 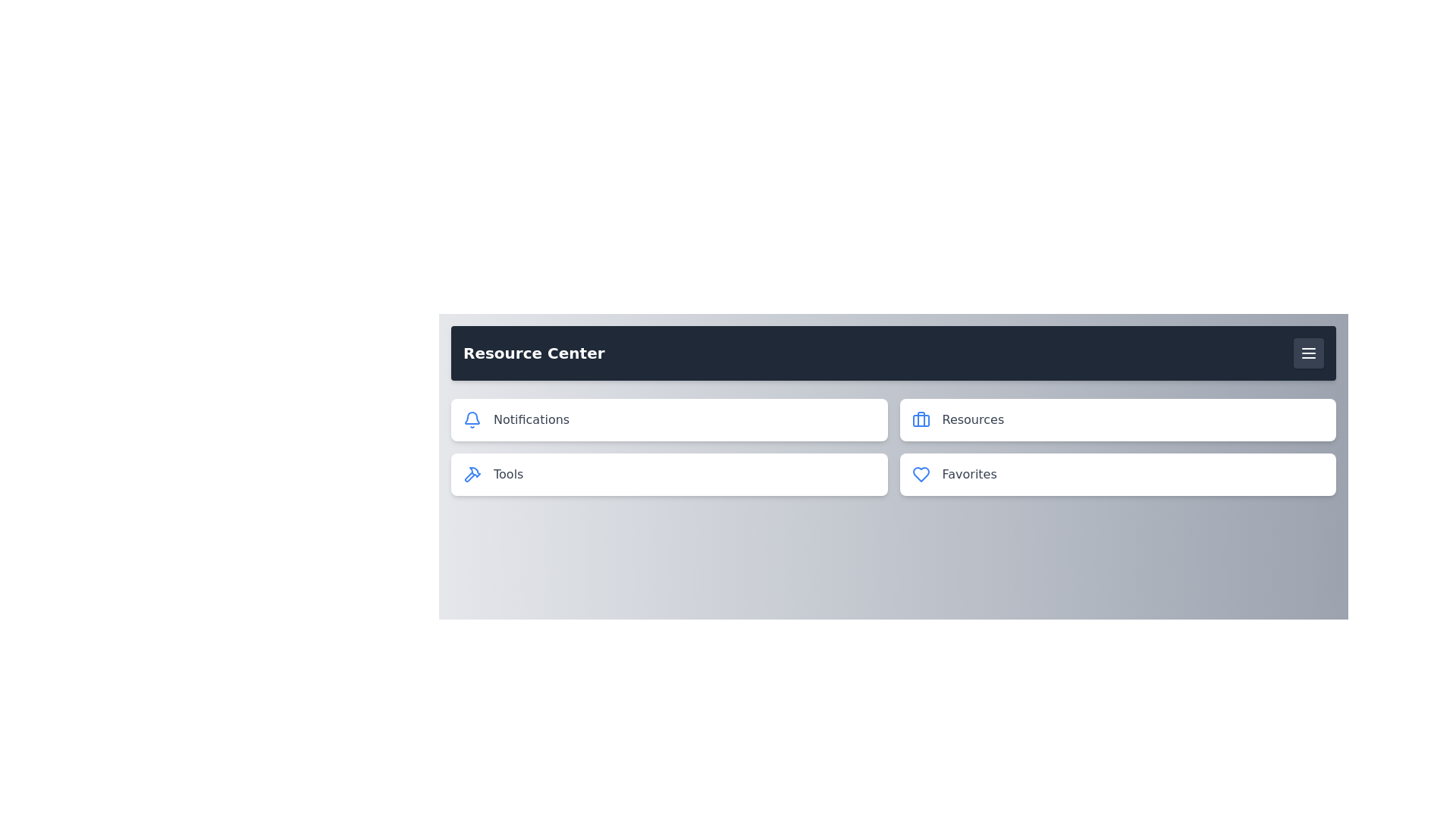 What do you see at coordinates (1118, 420) in the screenshot?
I see `the Resources menu item` at bounding box center [1118, 420].